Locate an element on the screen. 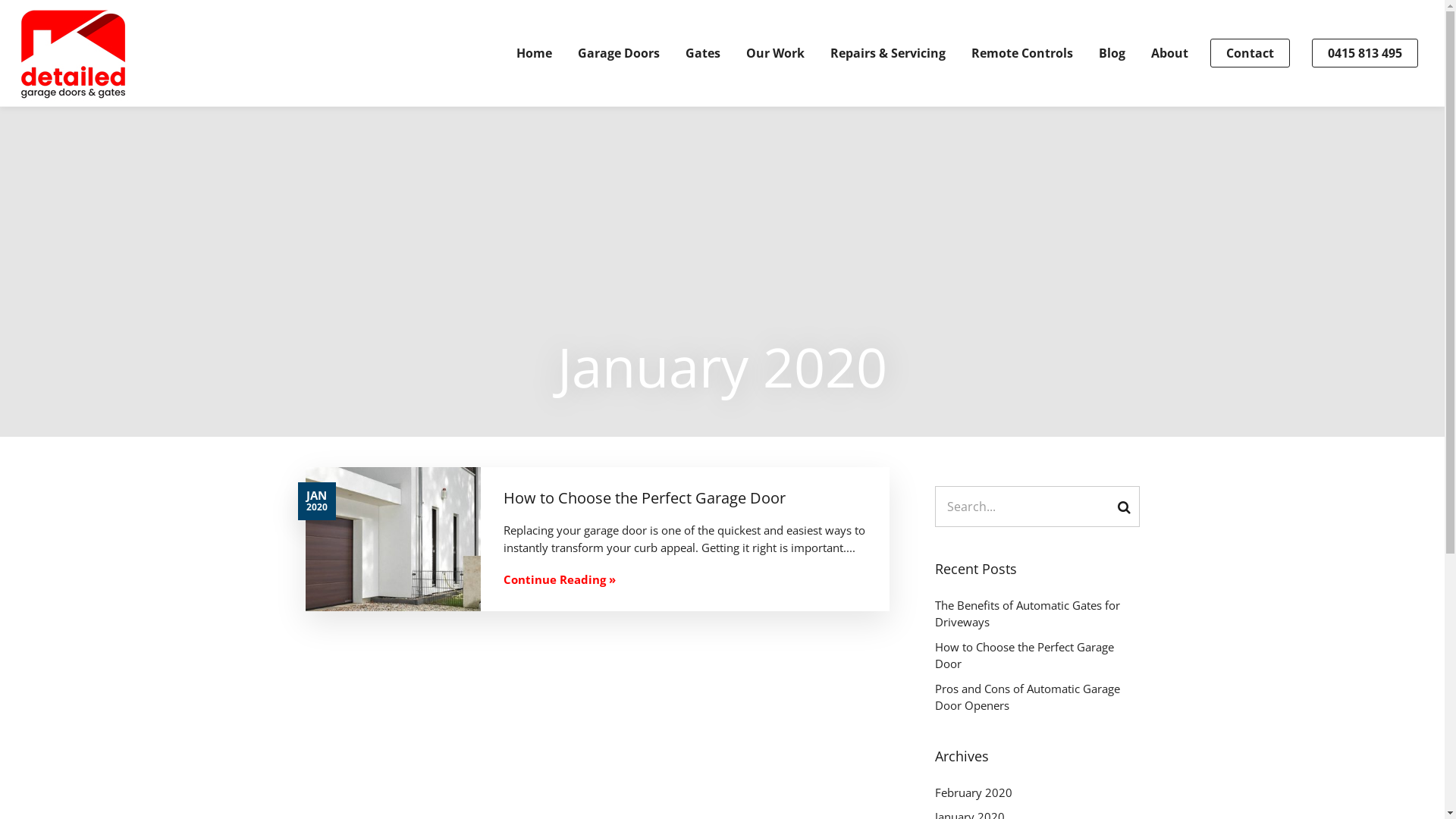  'Garage Doors' is located at coordinates (577, 52).